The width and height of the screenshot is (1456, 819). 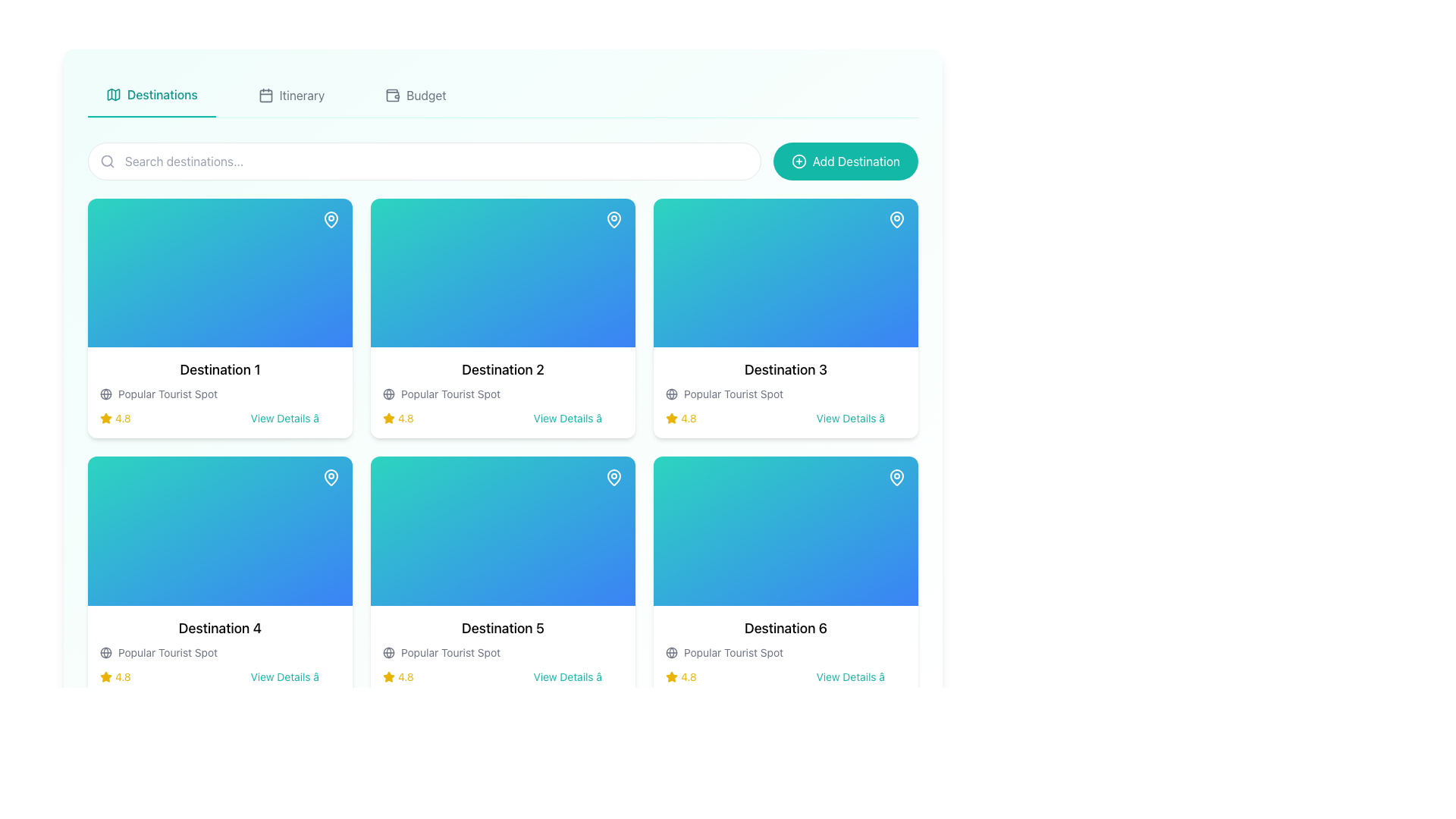 What do you see at coordinates (295, 676) in the screenshot?
I see `the hyperlink text for 'Destination 4' located in the lower section of its card` at bounding box center [295, 676].